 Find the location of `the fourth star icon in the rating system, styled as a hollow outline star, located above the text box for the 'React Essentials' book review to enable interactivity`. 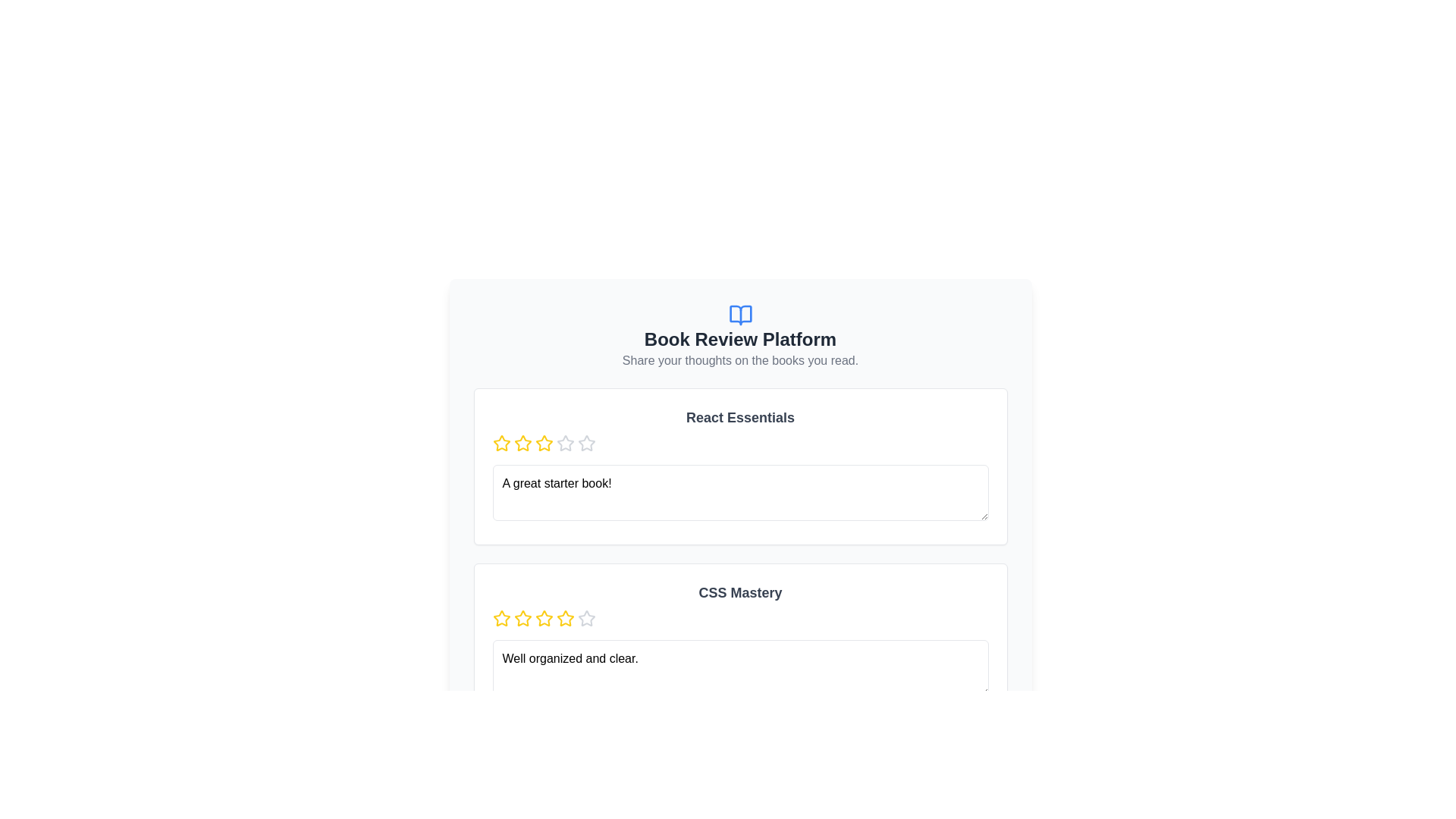

the fourth star icon in the rating system, styled as a hollow outline star, located above the text box for the 'React Essentials' book review to enable interactivity is located at coordinates (585, 443).